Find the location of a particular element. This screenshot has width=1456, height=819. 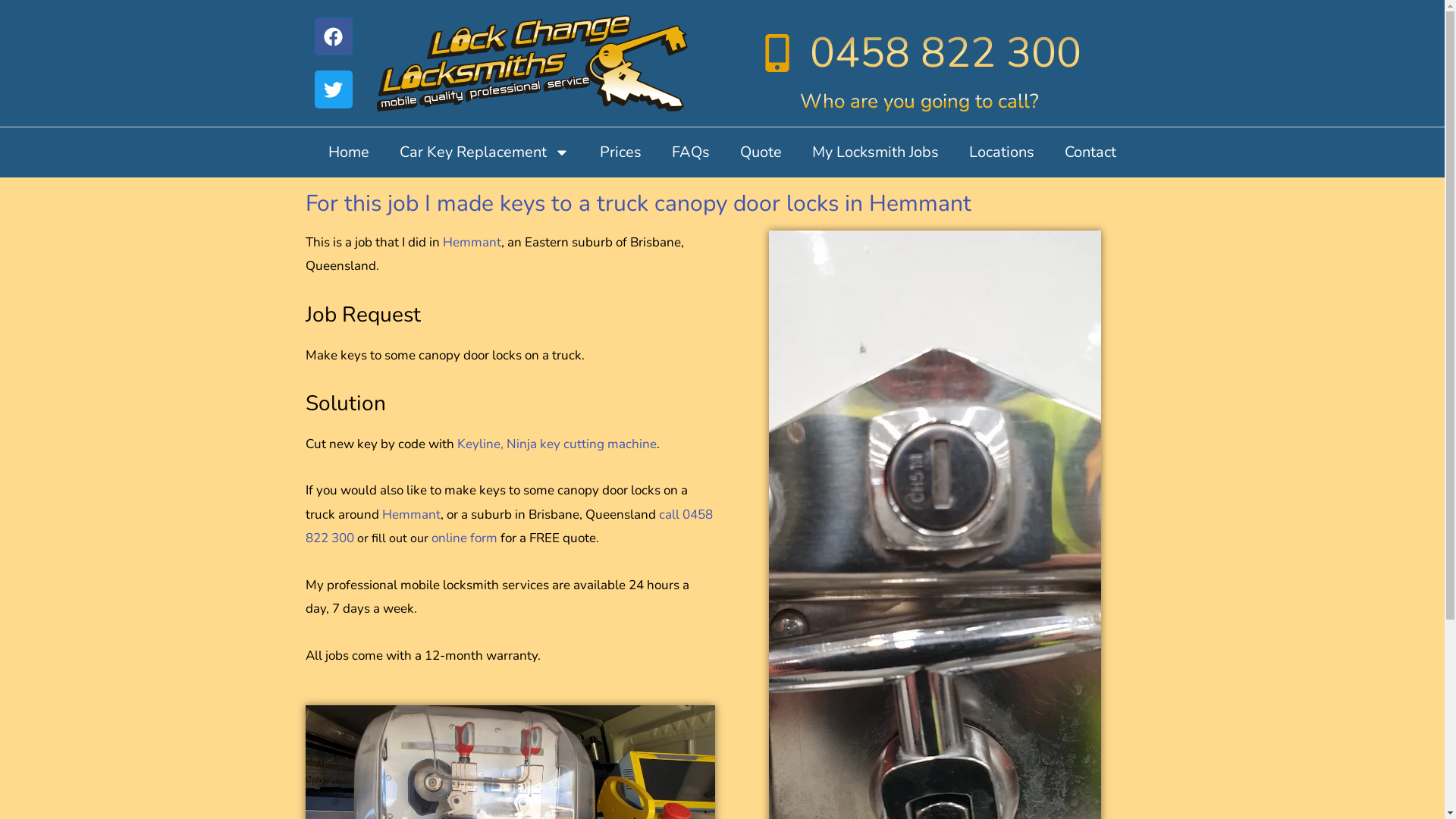

'online form' is located at coordinates (463, 537).